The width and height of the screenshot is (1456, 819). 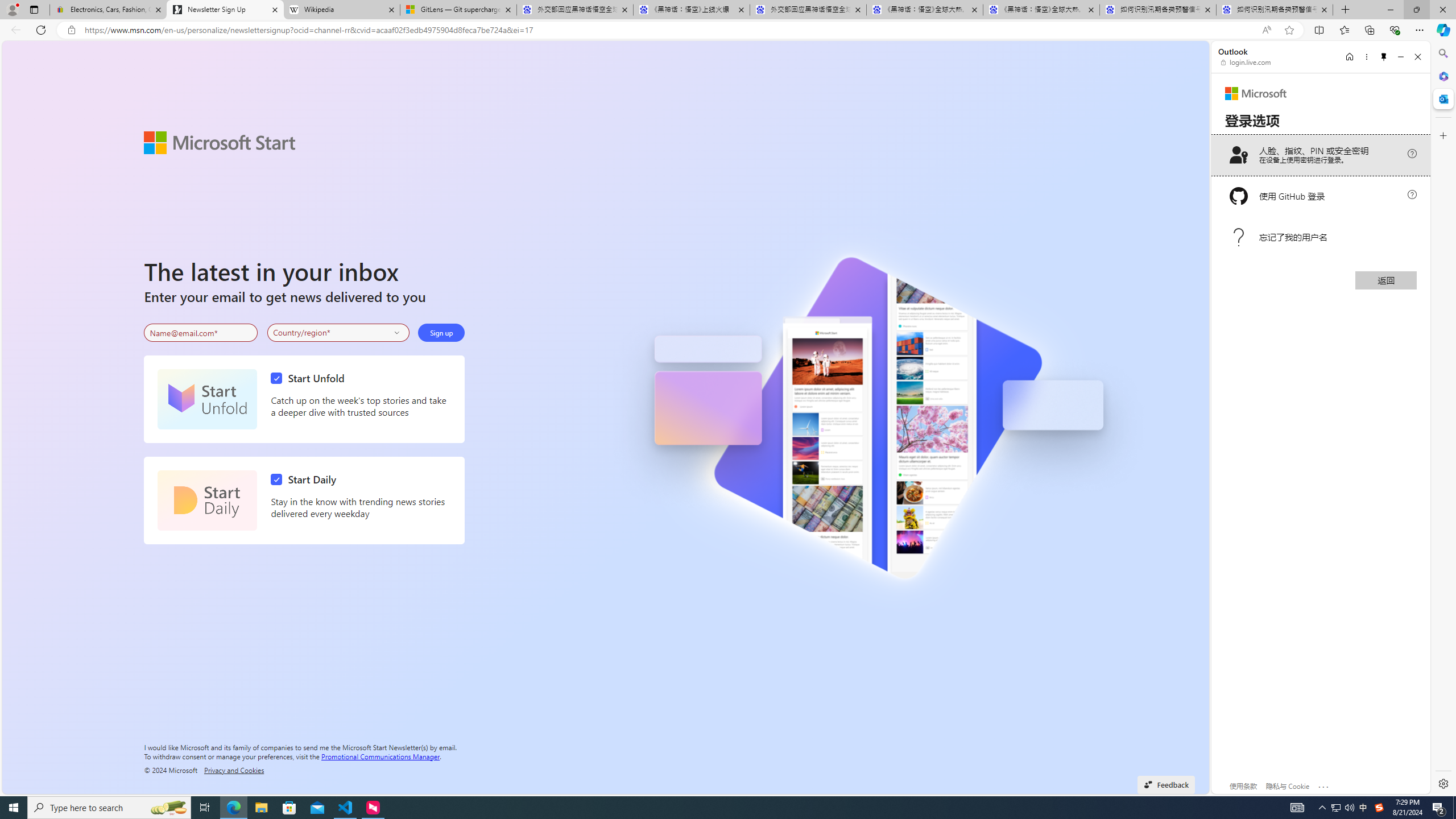 I want to click on 'Start Unfold', so click(x=206, y=399).